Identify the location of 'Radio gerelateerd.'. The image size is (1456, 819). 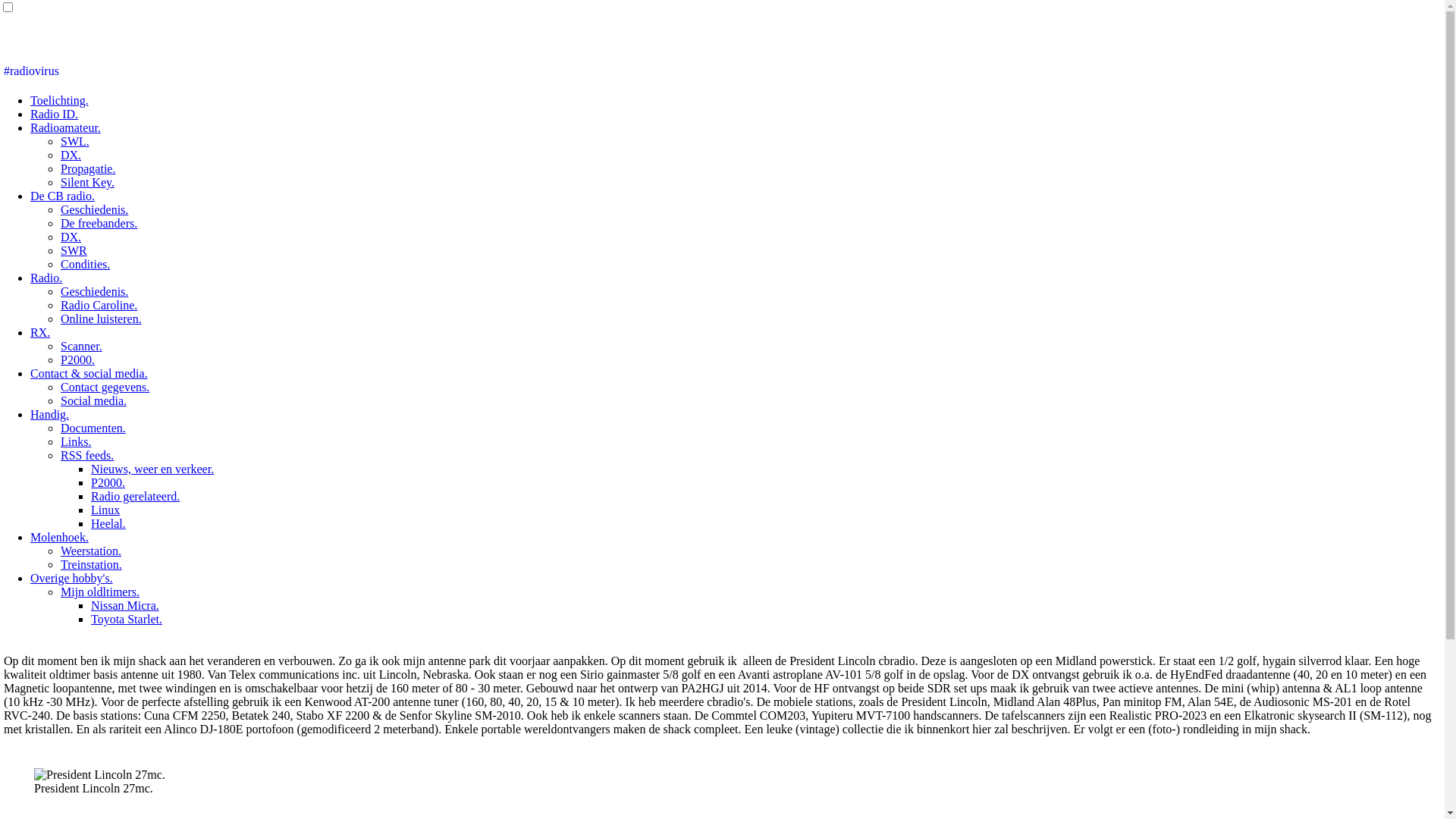
(135, 496).